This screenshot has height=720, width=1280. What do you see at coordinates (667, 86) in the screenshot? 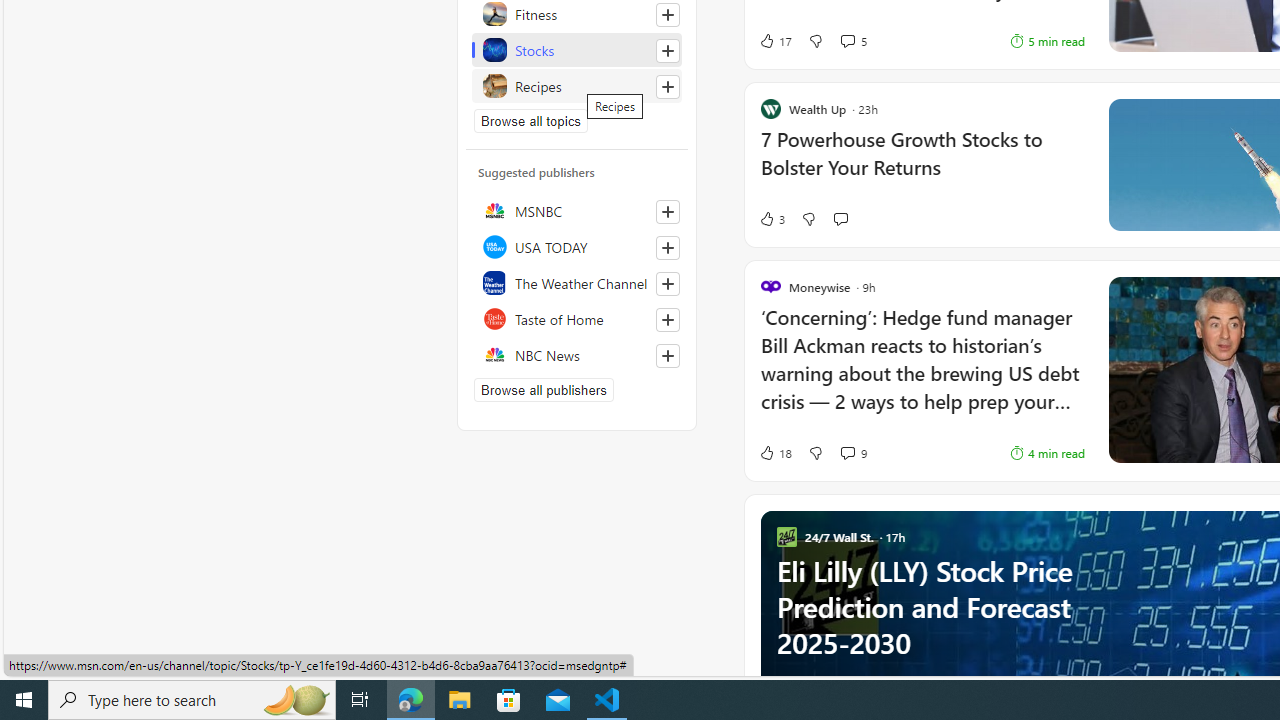
I see `'Follow this topic'` at bounding box center [667, 86].